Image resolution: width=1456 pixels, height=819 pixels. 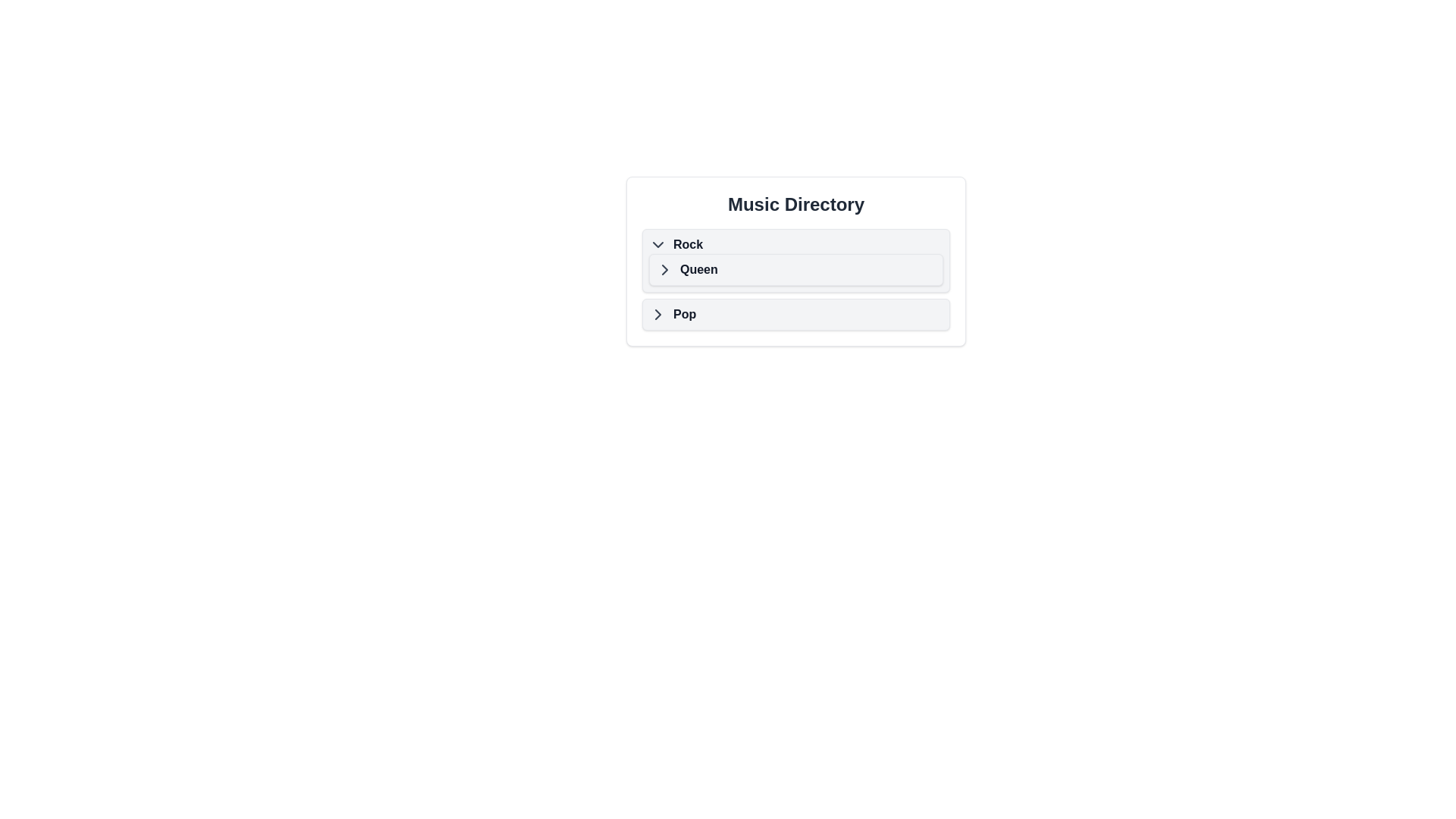 I want to click on the 'Queen' button, which is the second button, so click(x=795, y=280).